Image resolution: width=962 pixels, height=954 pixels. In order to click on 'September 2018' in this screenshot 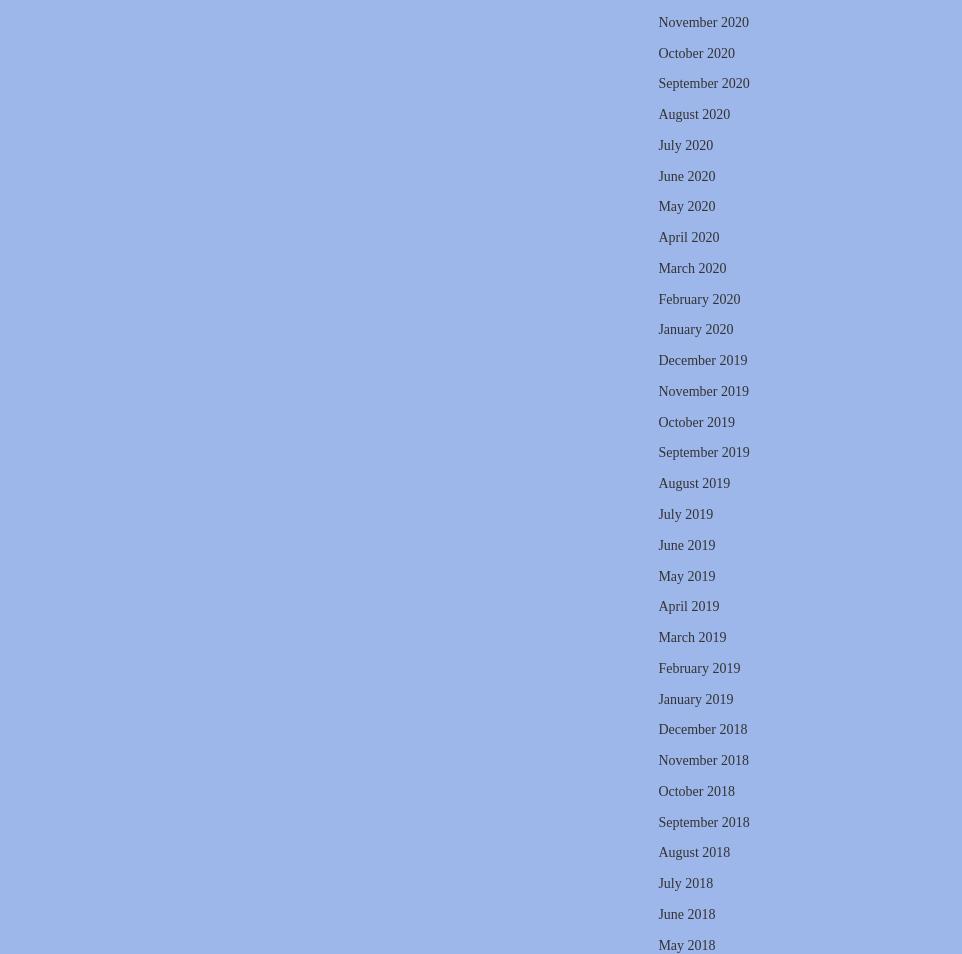, I will do `click(702, 821)`.